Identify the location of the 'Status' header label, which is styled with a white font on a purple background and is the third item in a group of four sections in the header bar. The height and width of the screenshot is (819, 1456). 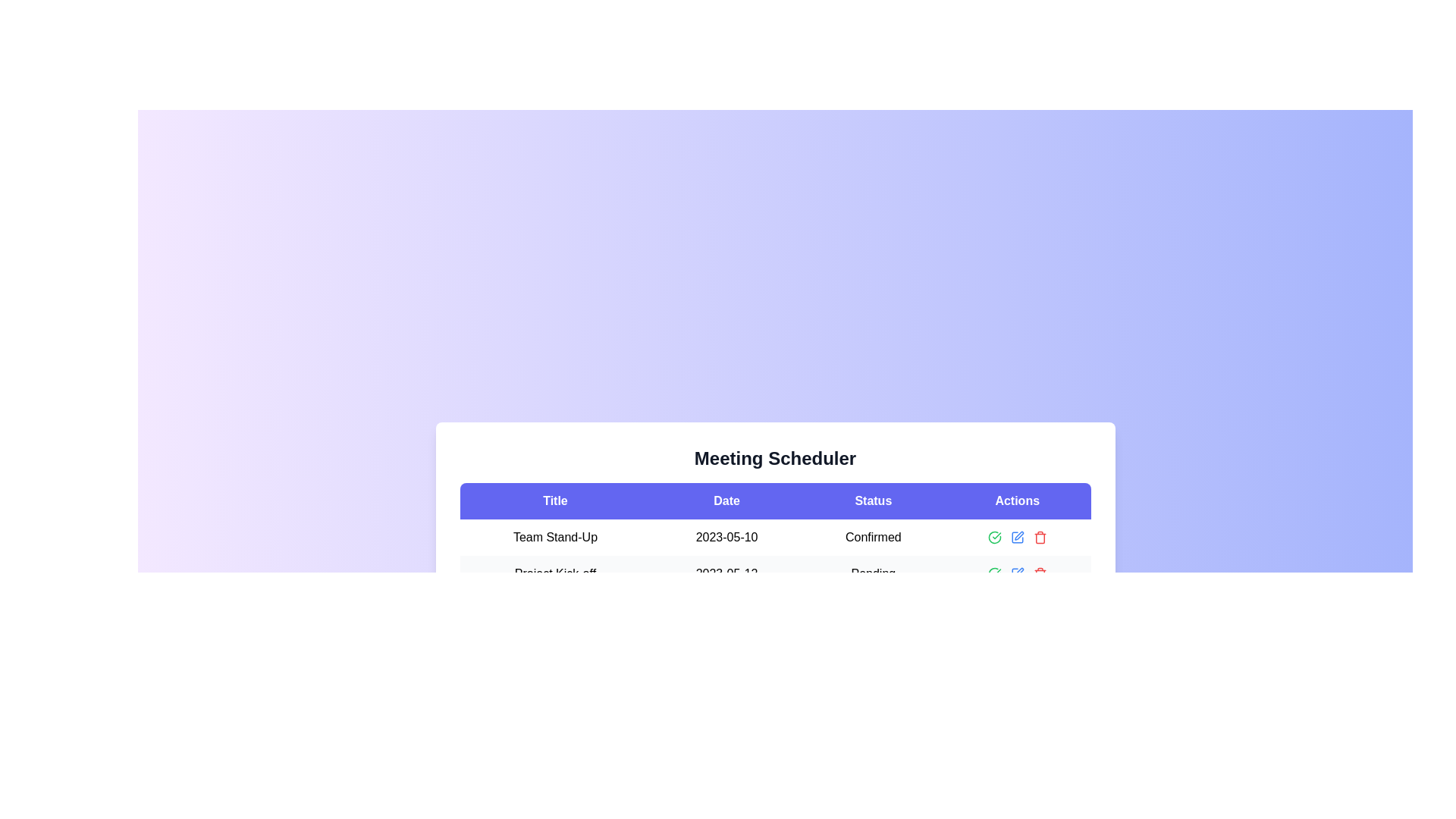
(873, 500).